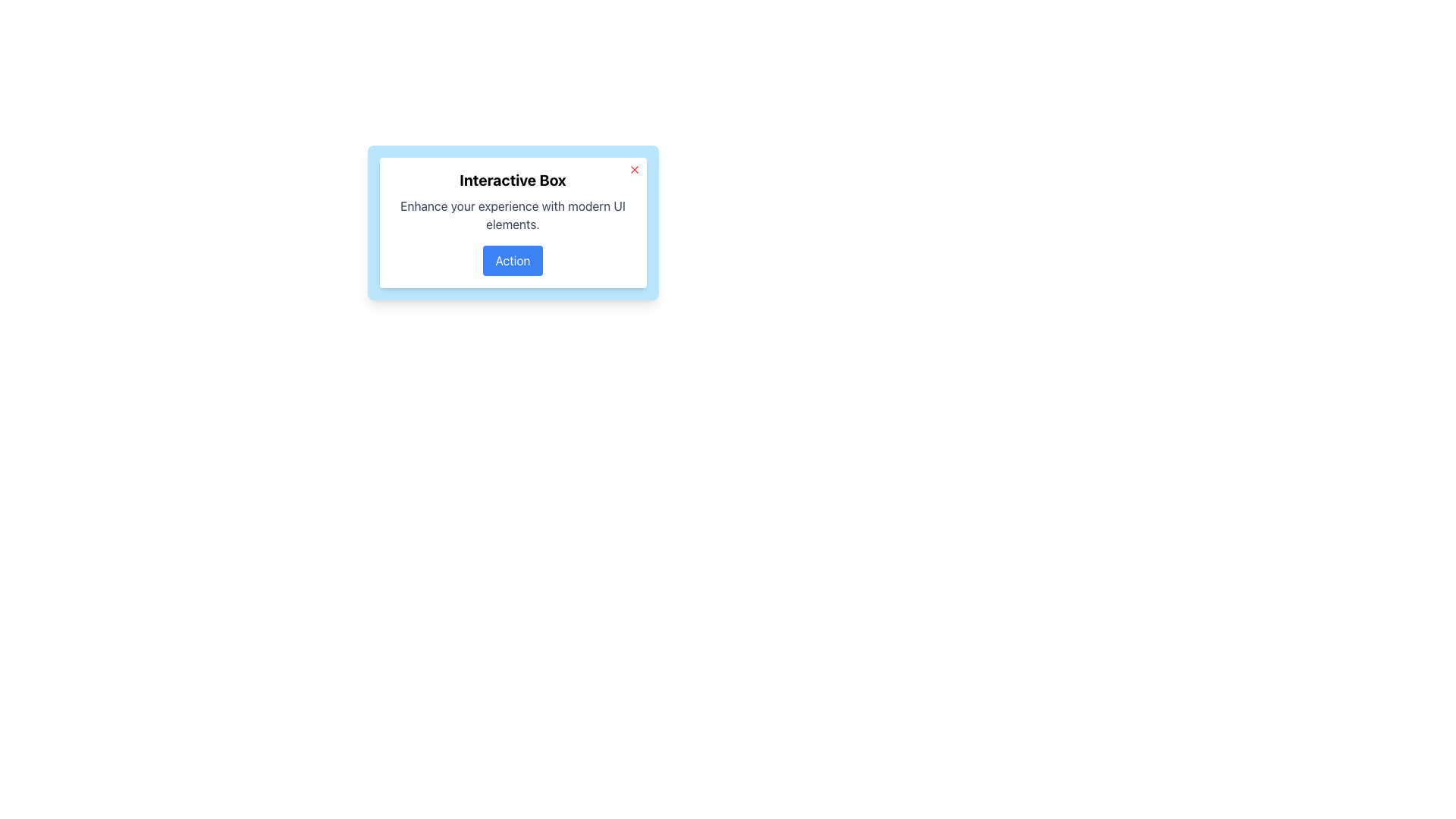 This screenshot has width=1456, height=819. What do you see at coordinates (513, 259) in the screenshot?
I see `the button located at the bottom-center of the 'Interactive Box' modal, which has descriptive text above it stating 'Enhance your experience with modern UI elements.'` at bounding box center [513, 259].